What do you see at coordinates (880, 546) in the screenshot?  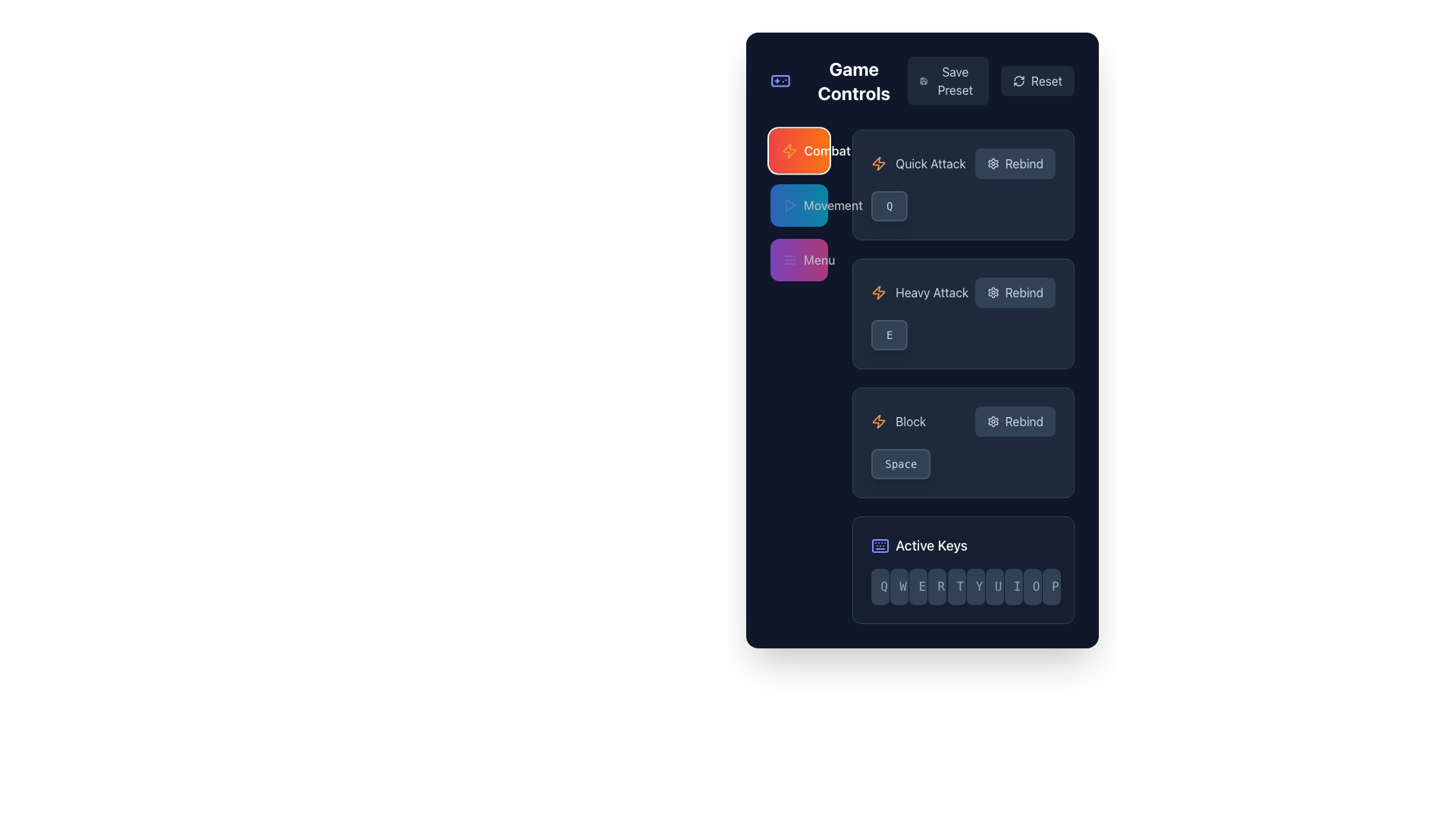 I see `the keyboard icon located in the bottom section of the interface titled 'Active Keys', positioned to the left of the text 'Active Keys'` at bounding box center [880, 546].